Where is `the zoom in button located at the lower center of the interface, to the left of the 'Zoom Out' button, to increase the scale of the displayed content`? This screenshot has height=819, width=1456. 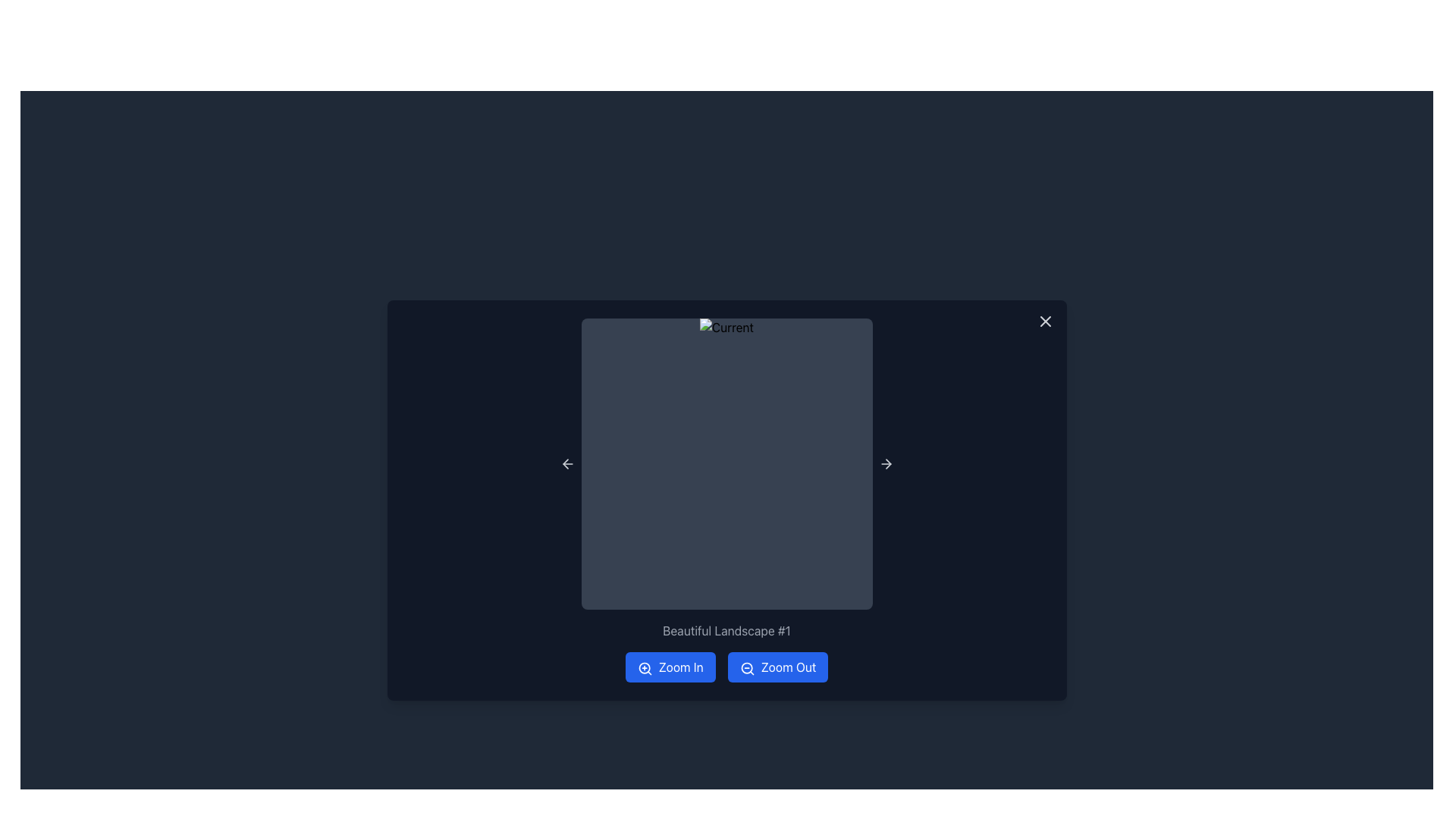 the zoom in button located at the lower center of the interface, to the left of the 'Zoom Out' button, to increase the scale of the displayed content is located at coordinates (670, 666).